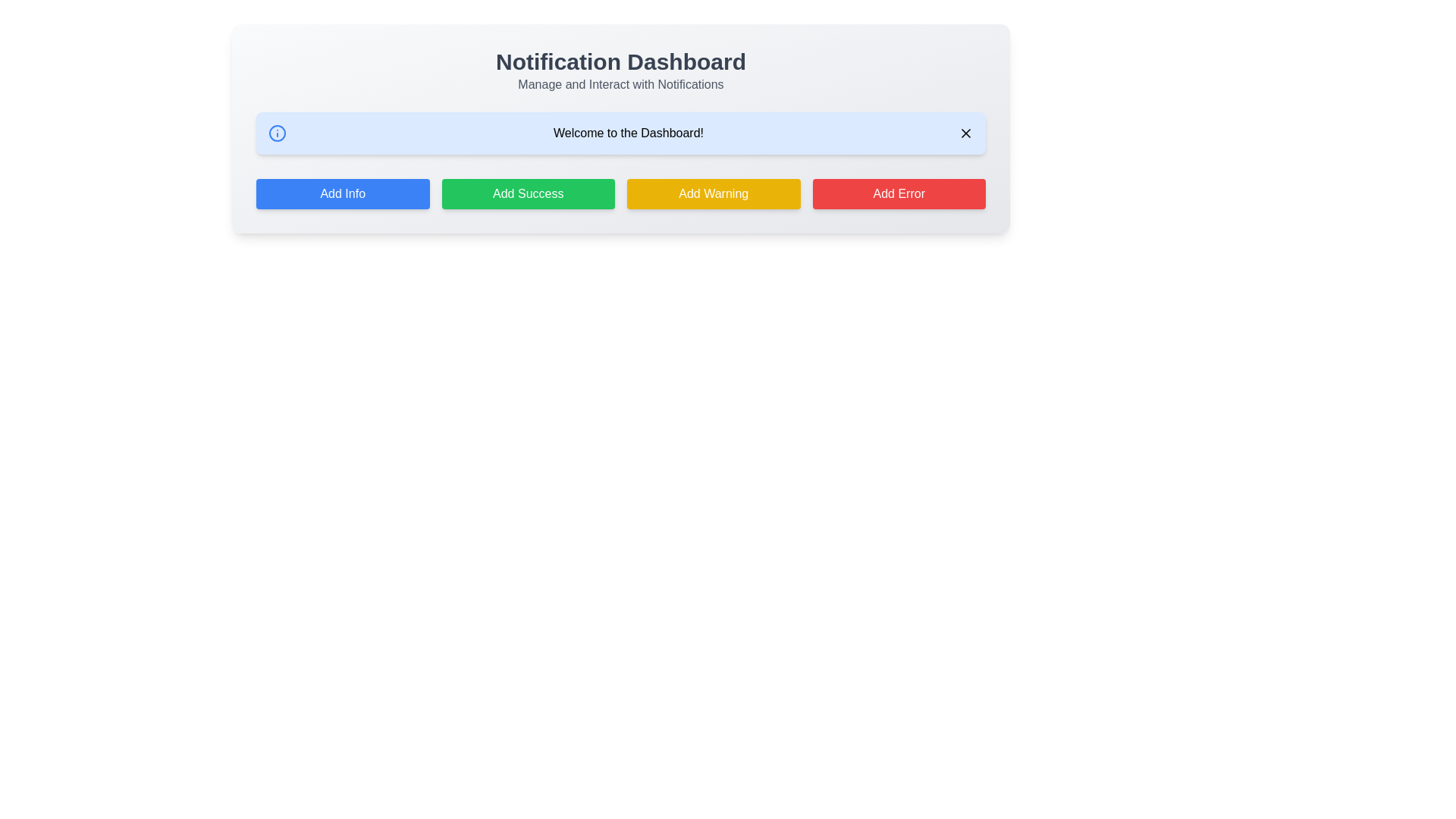 The height and width of the screenshot is (819, 1456). I want to click on the first button in the horizontal row located at the bottom section of the 'Notification Dashboard' panel, so click(342, 193).